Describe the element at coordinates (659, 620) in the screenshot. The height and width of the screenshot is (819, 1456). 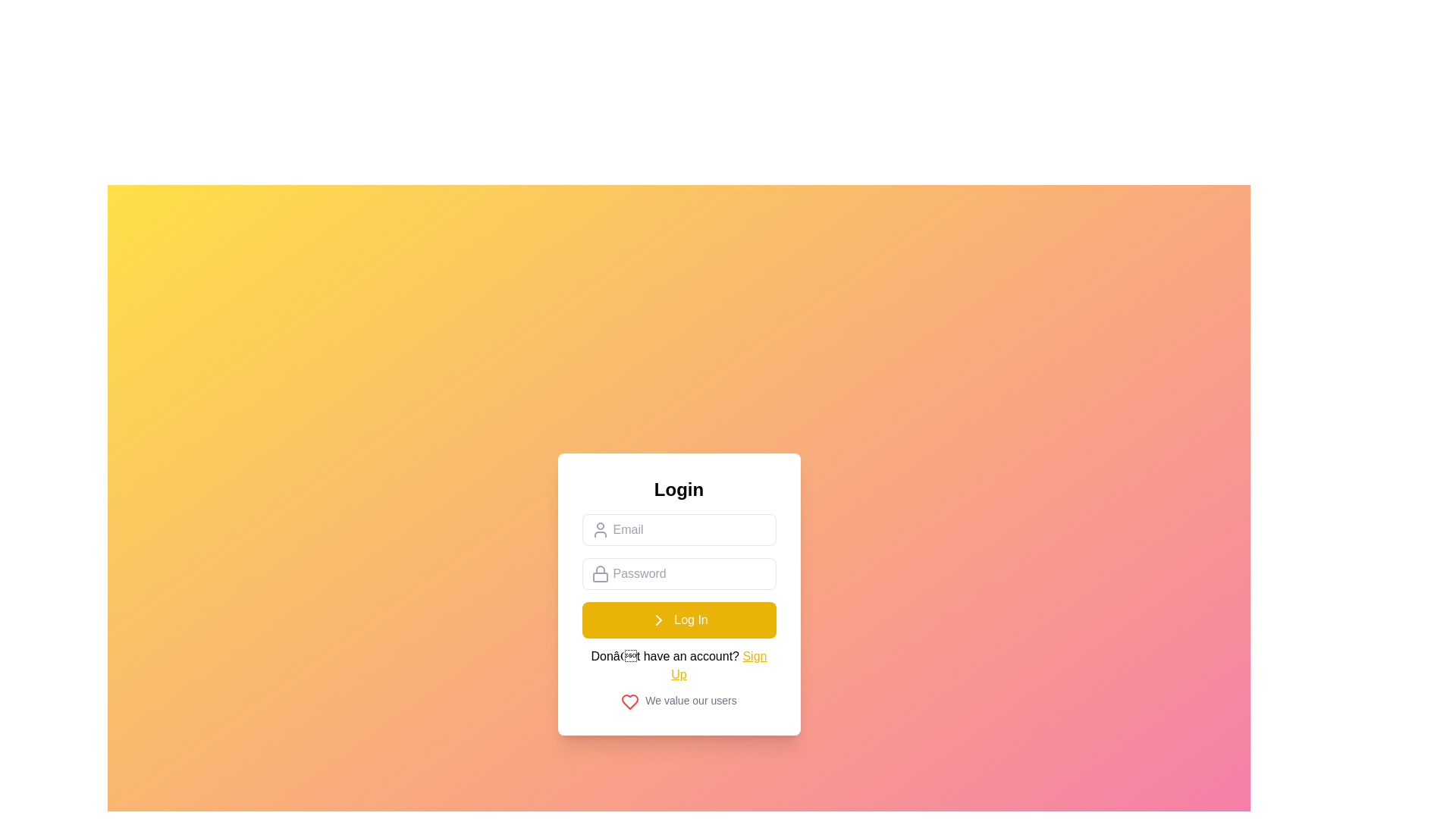
I see `the yellow 'Log In' button to interact with the right-pointing chevron SVG icon located on its left side` at that location.